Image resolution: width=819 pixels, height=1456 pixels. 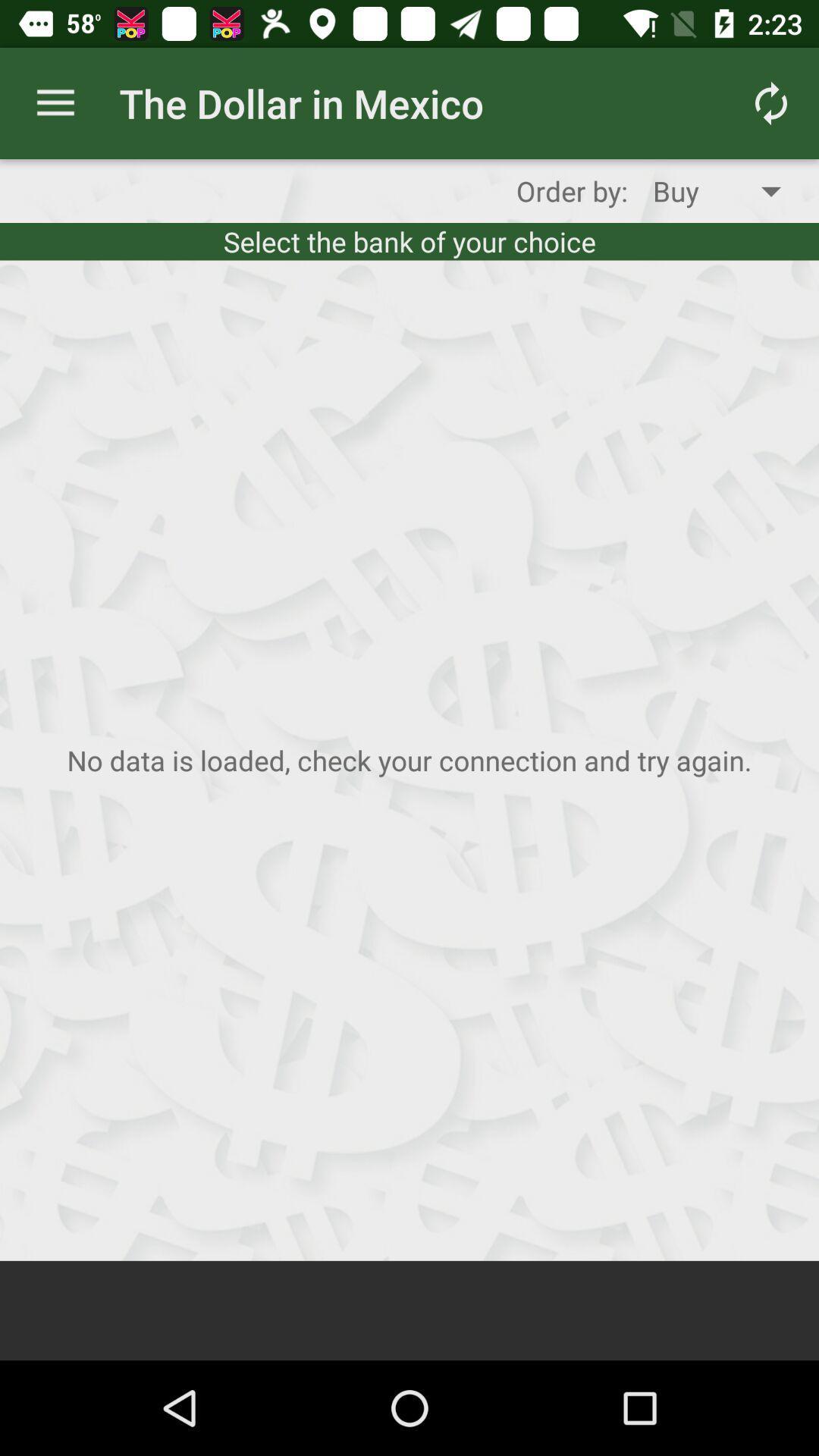 What do you see at coordinates (409, 761) in the screenshot?
I see `the image` at bounding box center [409, 761].